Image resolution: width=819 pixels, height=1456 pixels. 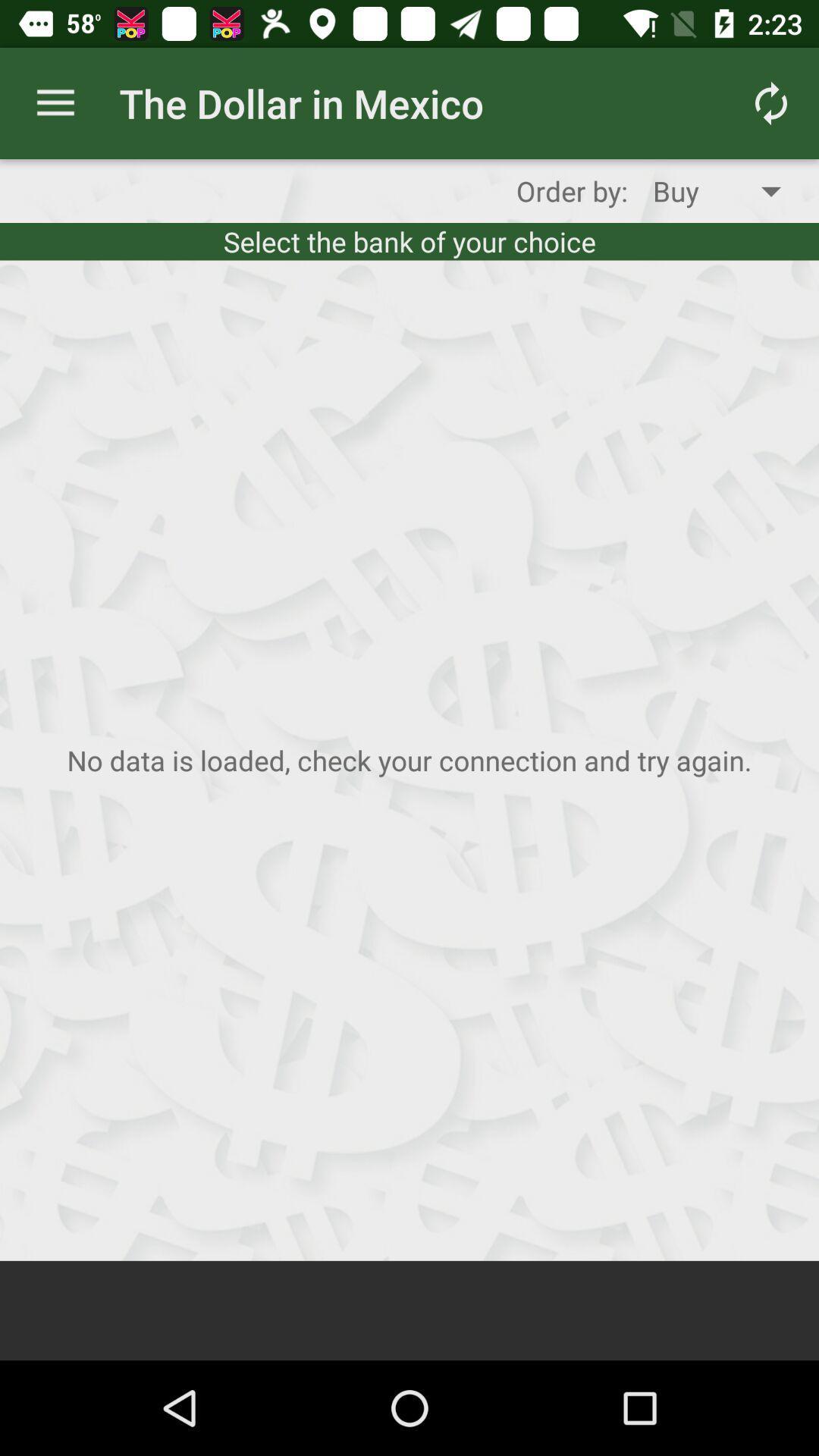 What do you see at coordinates (409, 761) in the screenshot?
I see `the image` at bounding box center [409, 761].